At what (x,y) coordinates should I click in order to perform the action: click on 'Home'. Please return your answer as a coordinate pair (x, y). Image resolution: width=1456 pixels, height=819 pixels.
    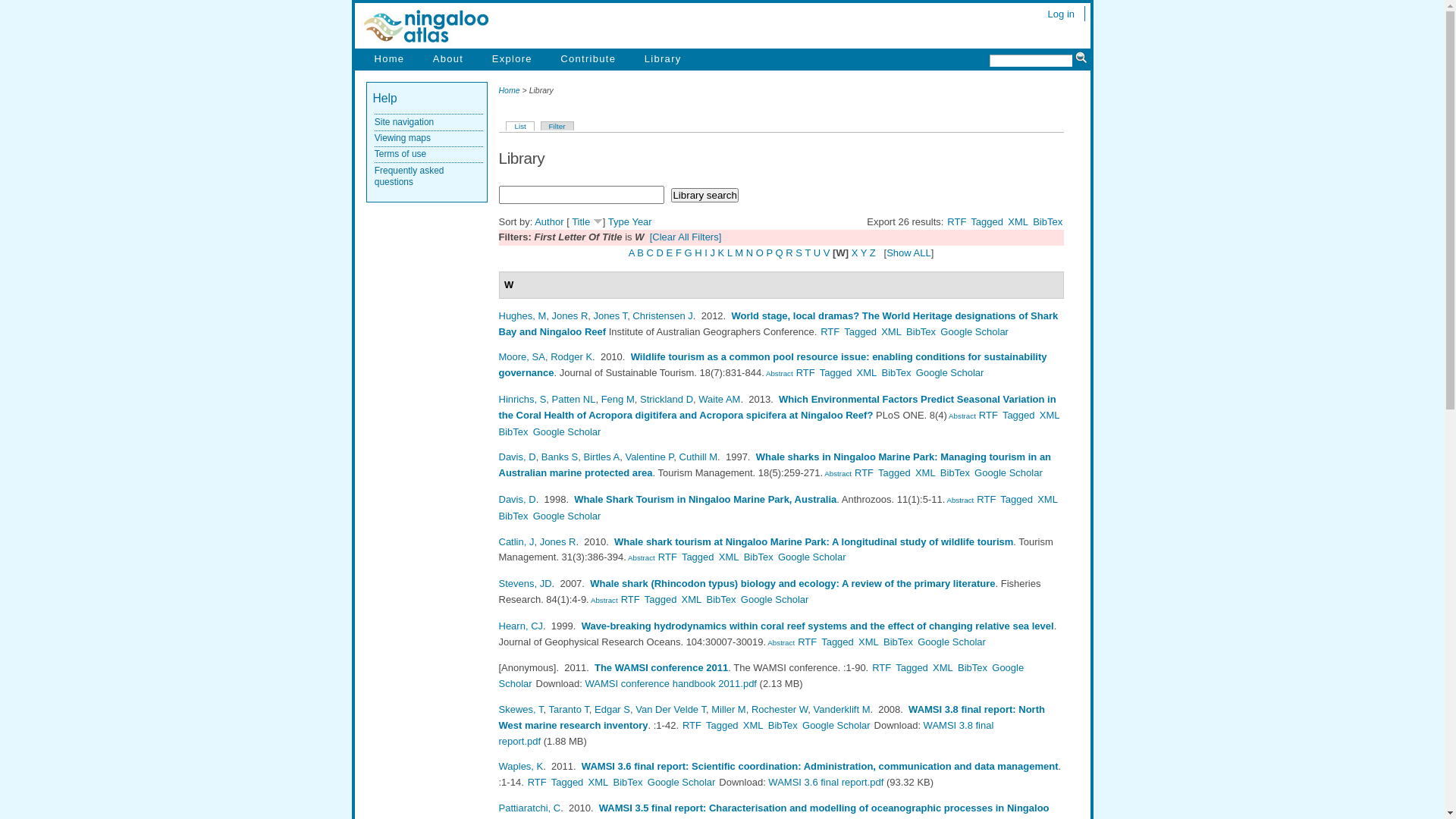
    Looking at the image, I should click on (389, 58).